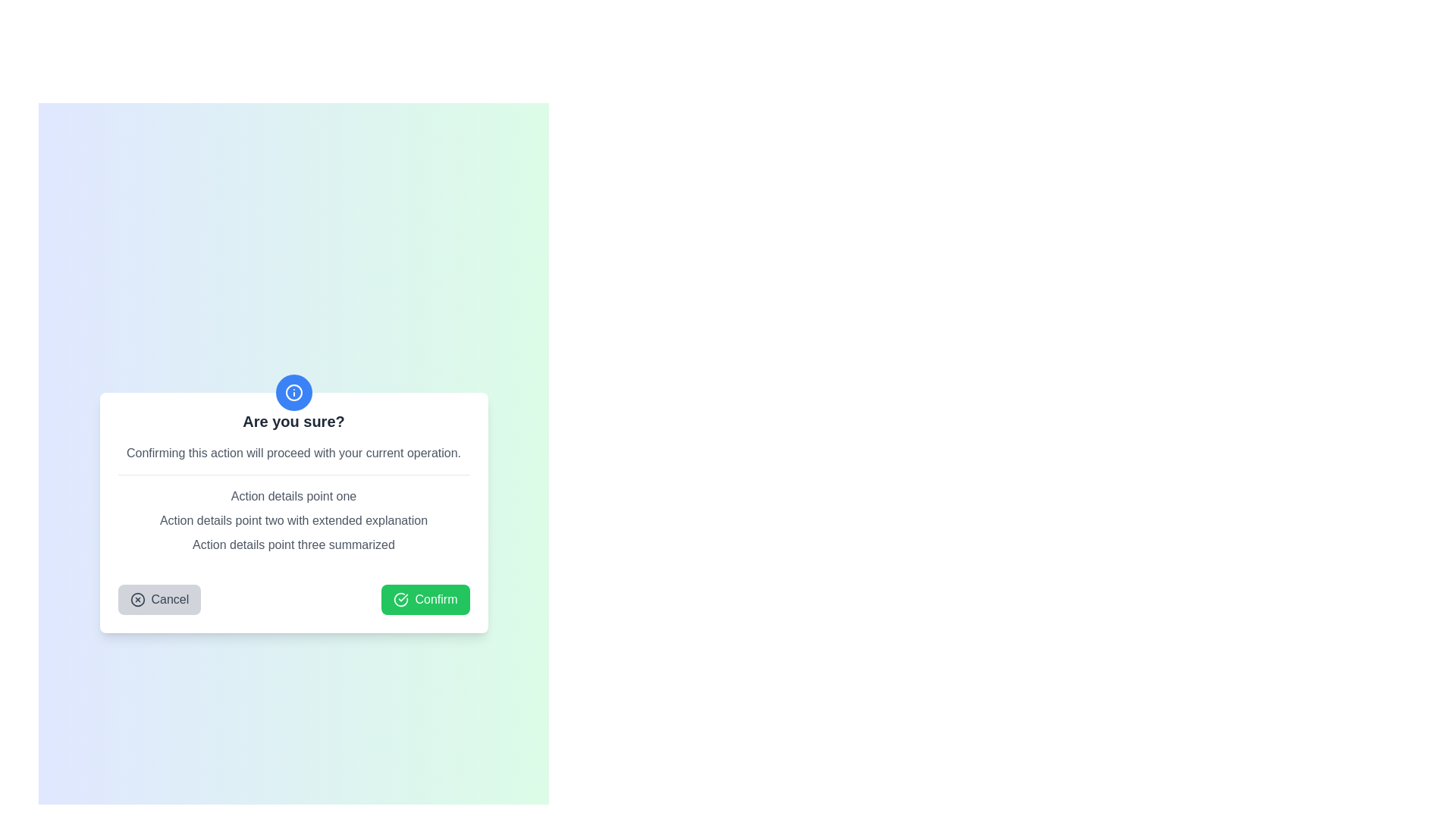  Describe the element at coordinates (293, 391) in the screenshot. I see `the circular element within the SVG graphic that represents the information icon in the upper section of the confirmation dialog box` at that location.